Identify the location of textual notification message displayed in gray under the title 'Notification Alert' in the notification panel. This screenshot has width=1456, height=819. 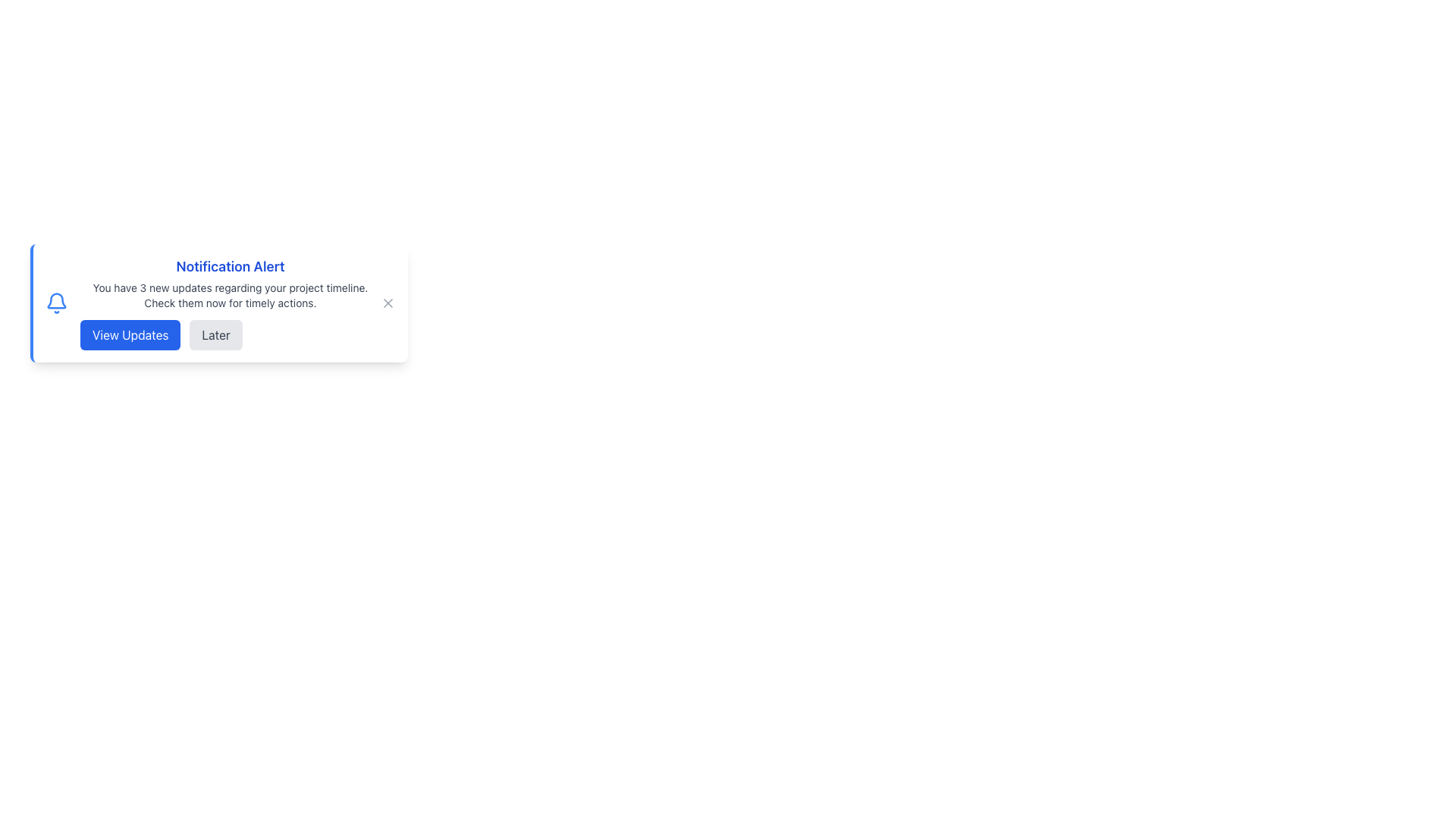
(229, 295).